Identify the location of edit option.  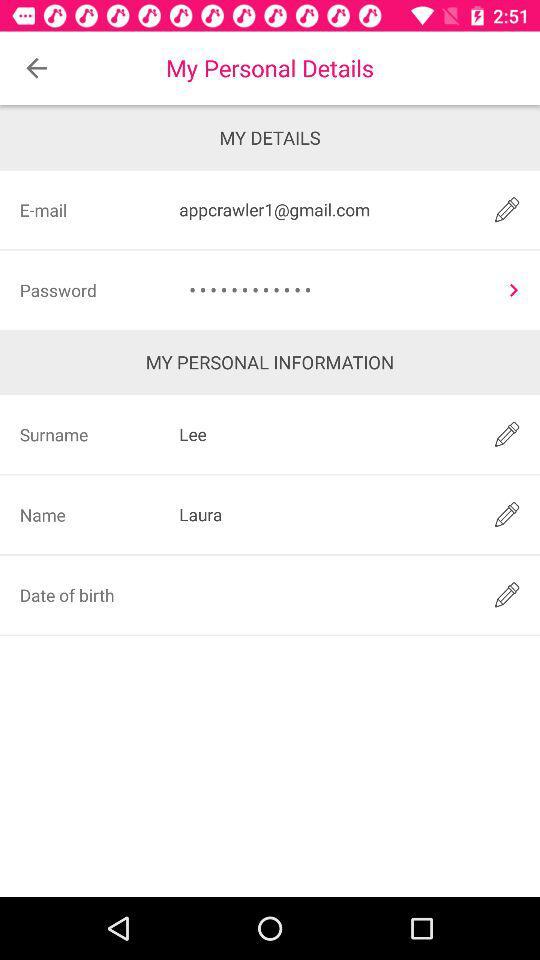
(507, 434).